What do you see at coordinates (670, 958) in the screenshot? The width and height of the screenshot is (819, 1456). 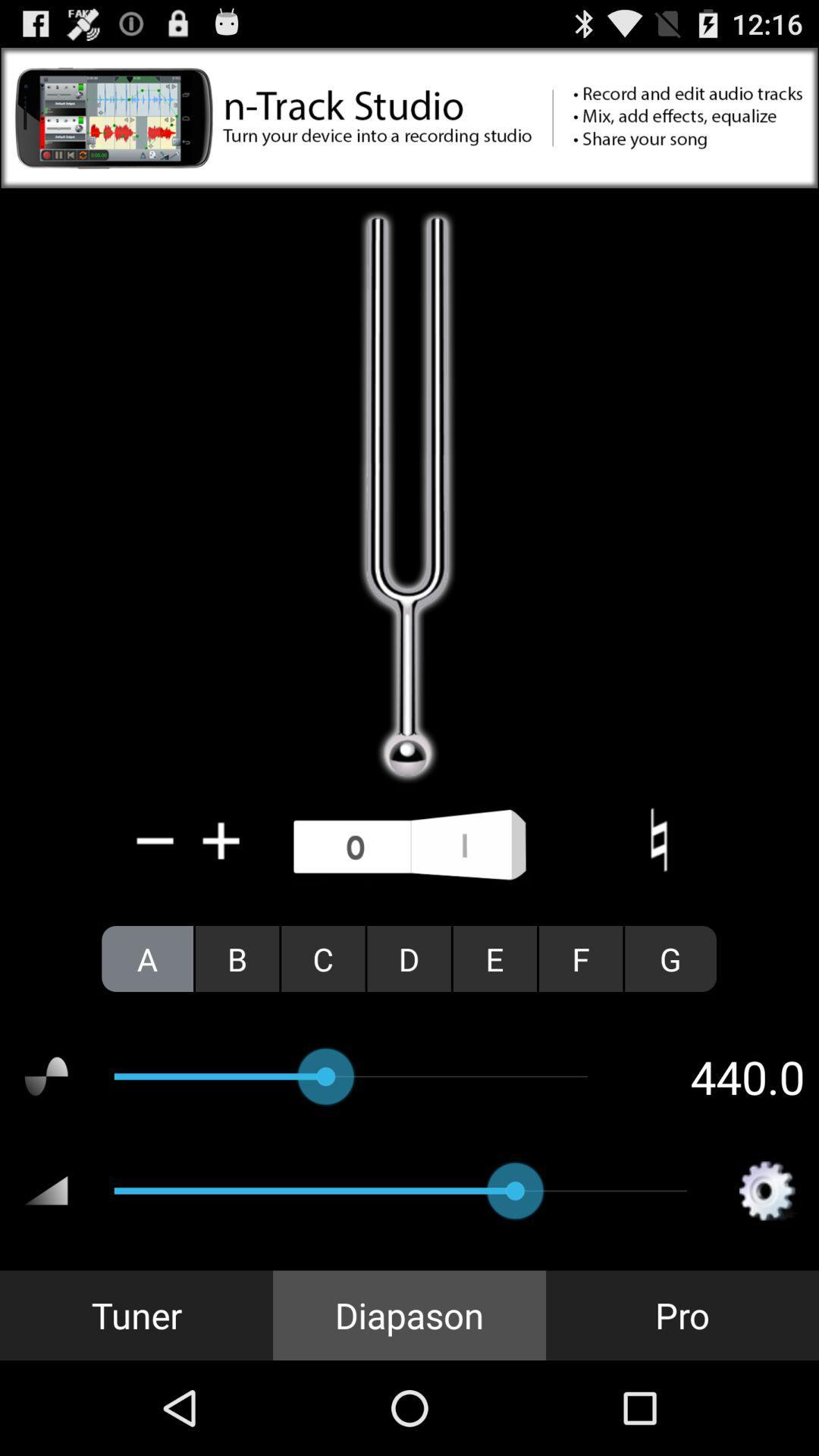 I see `the icon to the right of f radio button` at bounding box center [670, 958].